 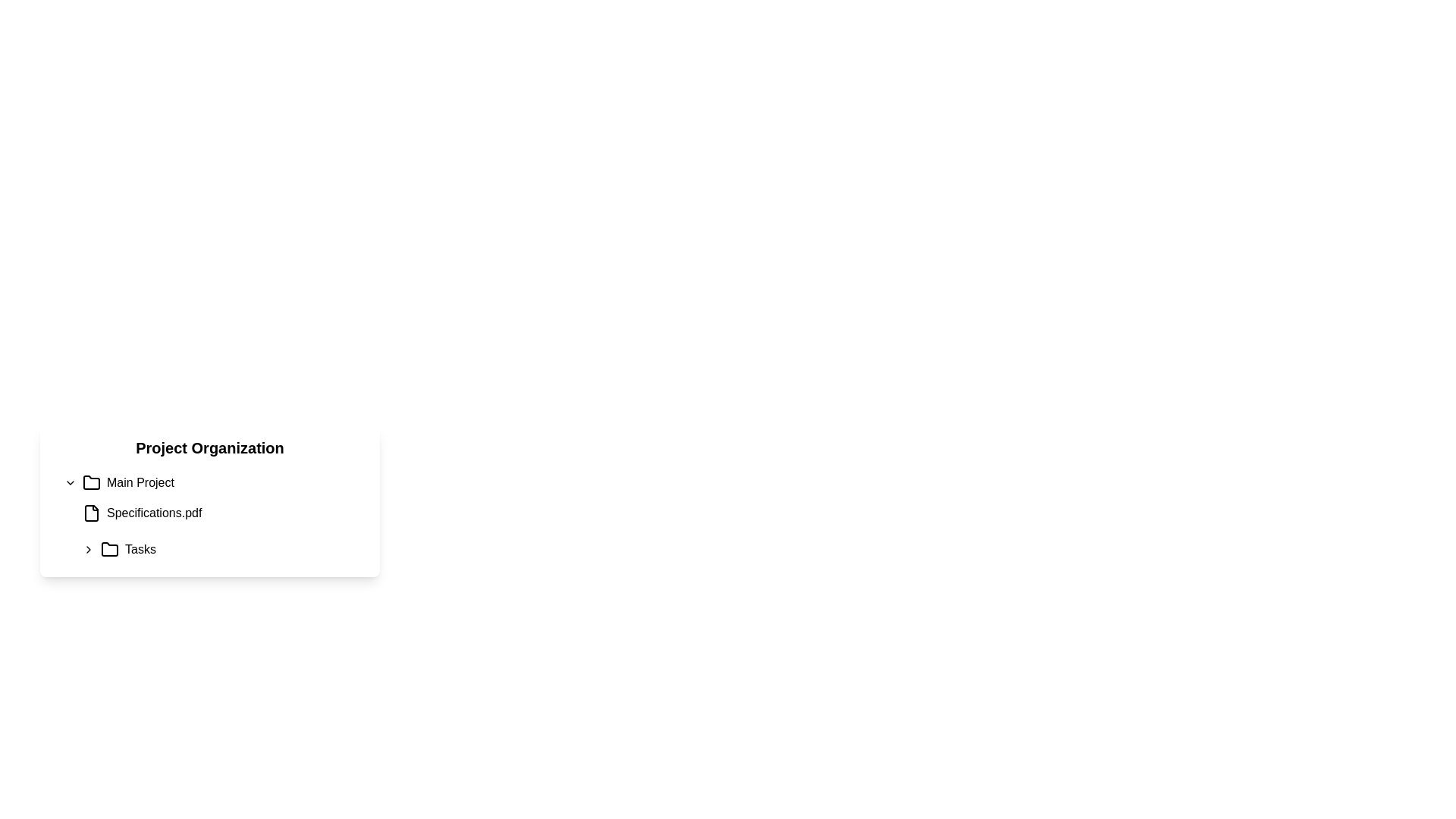 I want to click on the document file icon representing 'Specifications.pdf' located in the 'Main Project' directory to visually indicate its presence, so click(x=90, y=513).